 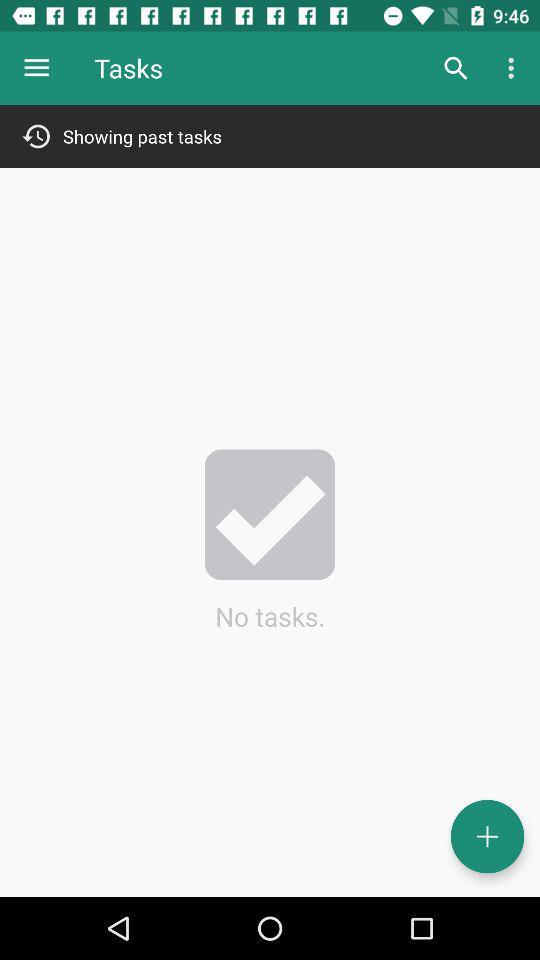 I want to click on task, so click(x=486, y=836).